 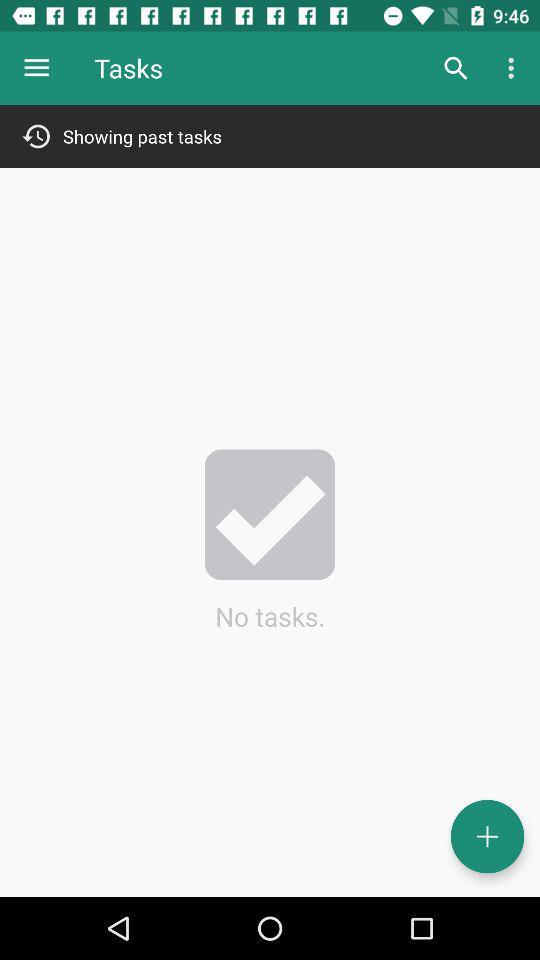 I want to click on task, so click(x=486, y=836).